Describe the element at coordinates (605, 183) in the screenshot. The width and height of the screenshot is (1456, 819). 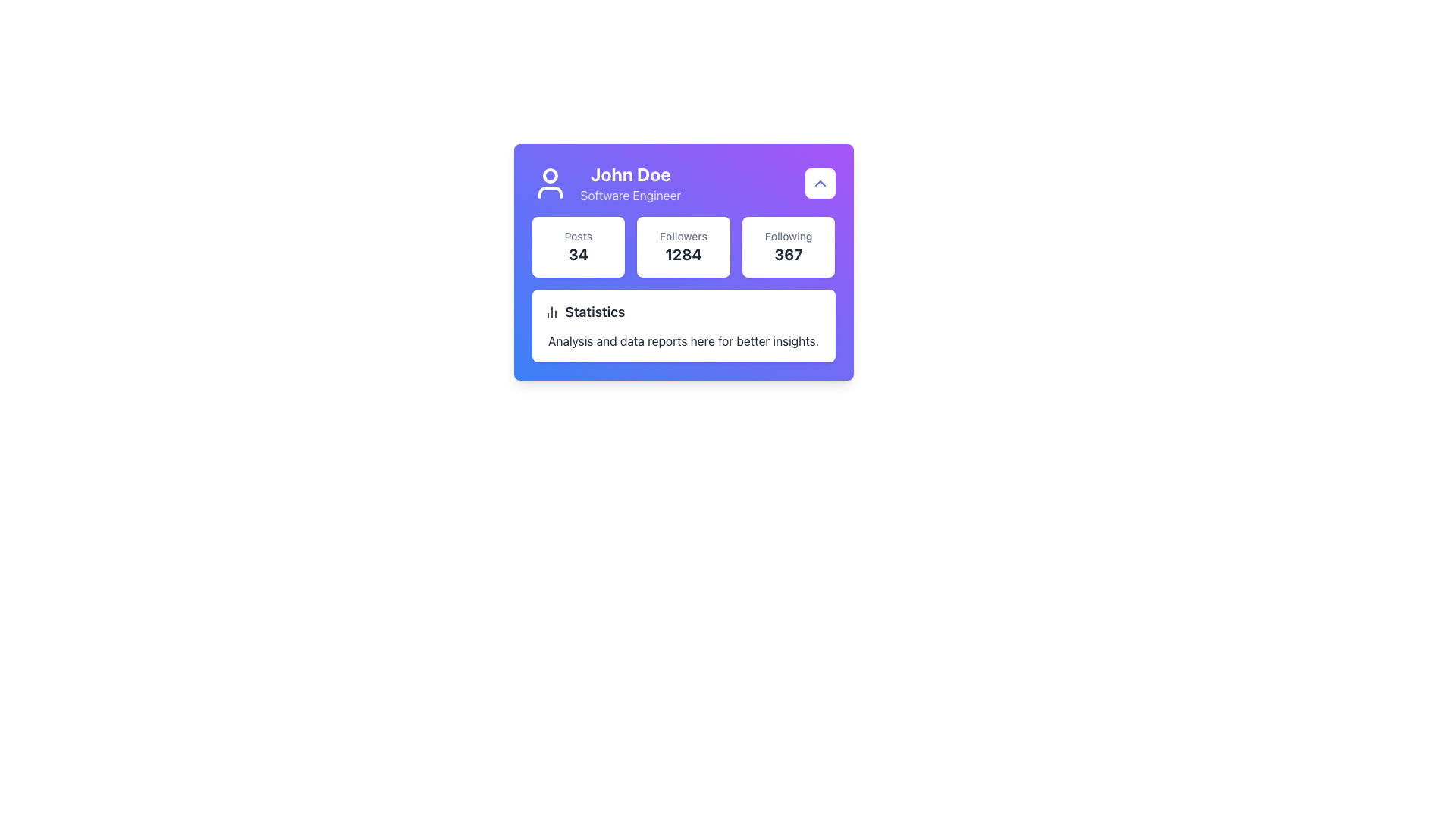
I see `content displayed in the Profile Card Header, which includes the name 'John Doe' and the title 'Software Engineer'` at that location.